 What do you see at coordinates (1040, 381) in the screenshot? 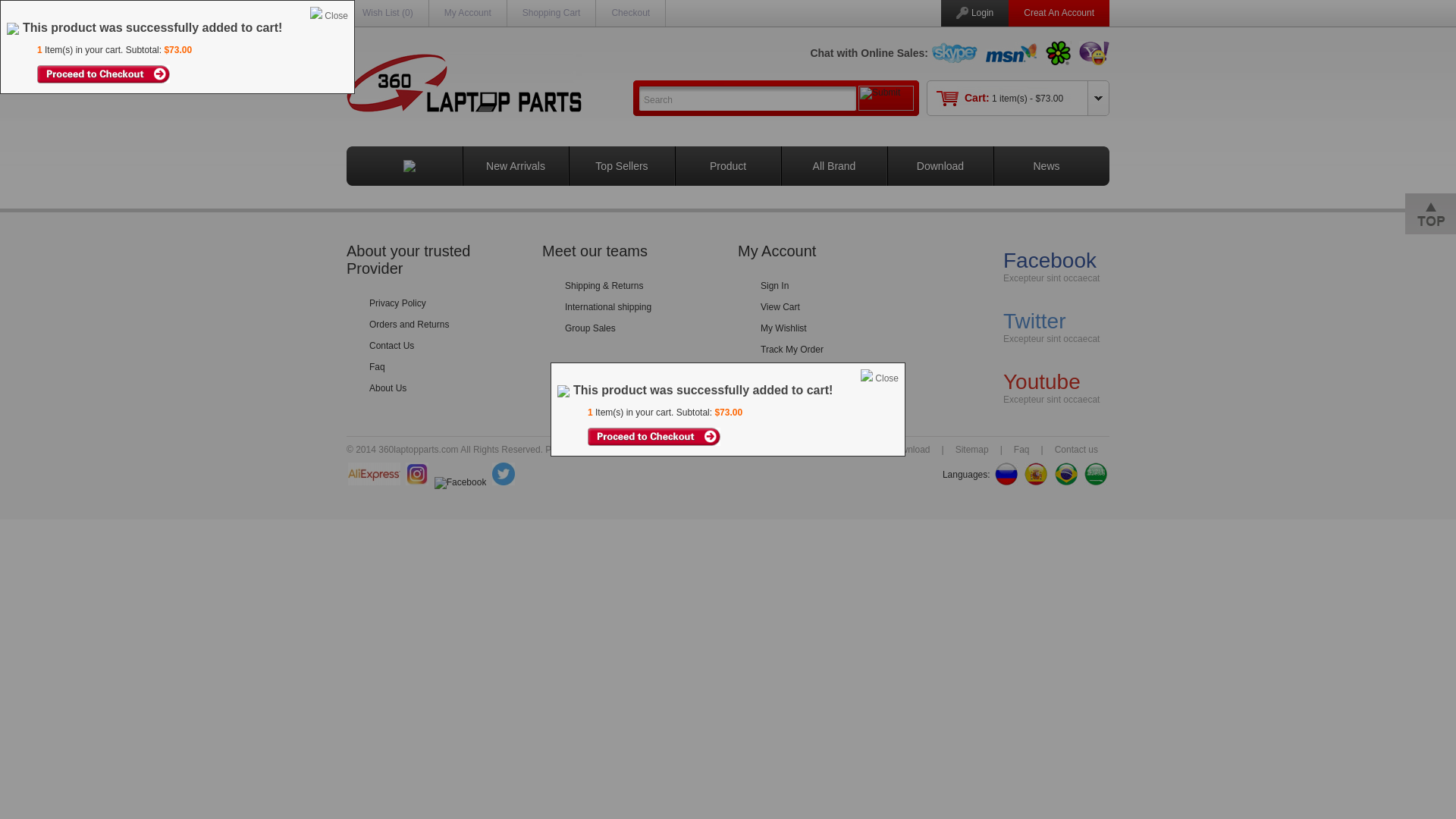
I see `'Youtube'` at bounding box center [1040, 381].